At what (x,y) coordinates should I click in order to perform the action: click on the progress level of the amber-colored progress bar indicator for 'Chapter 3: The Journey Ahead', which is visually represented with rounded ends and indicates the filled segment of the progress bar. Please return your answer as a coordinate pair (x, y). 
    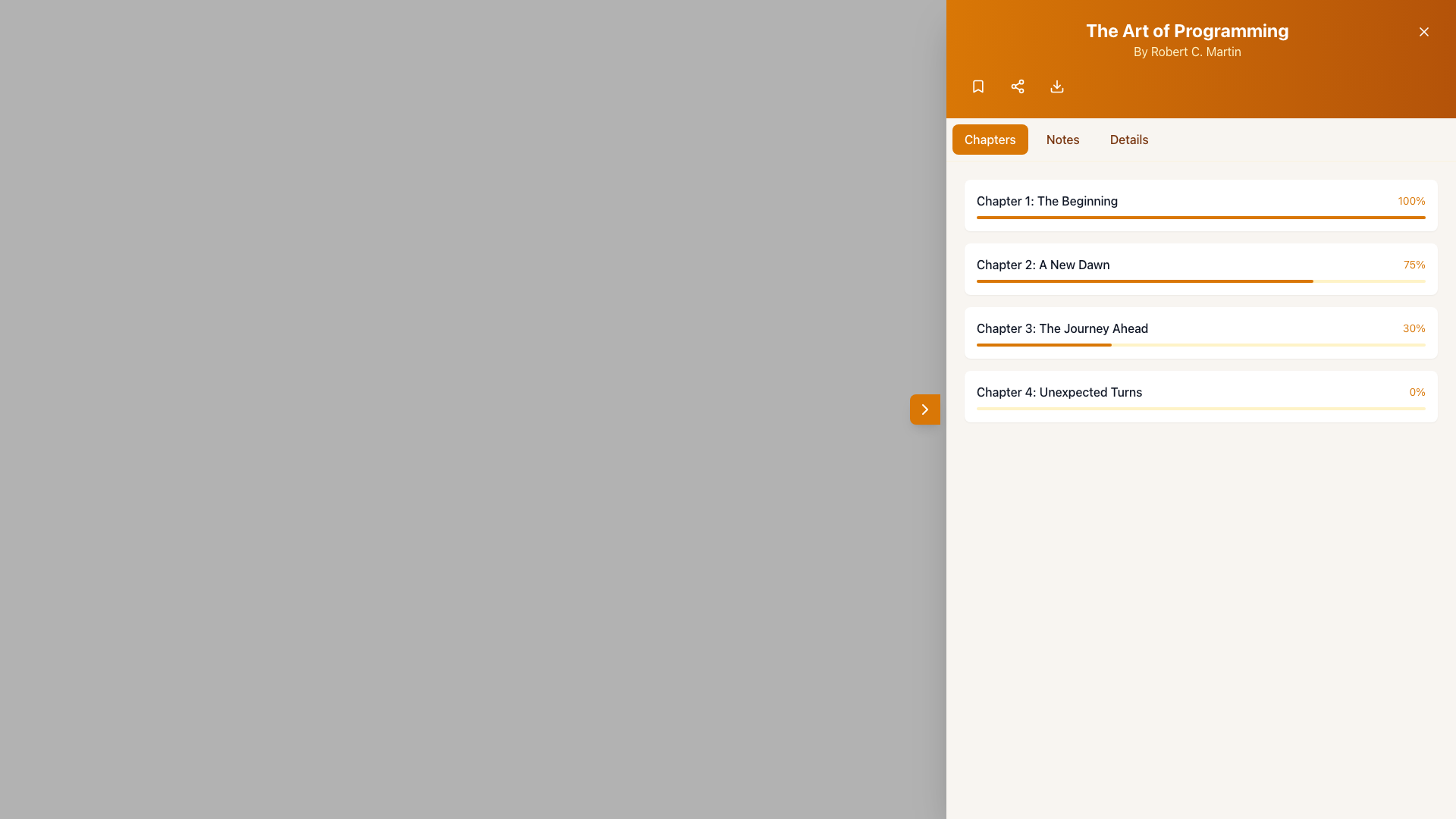
    Looking at the image, I should click on (1043, 345).